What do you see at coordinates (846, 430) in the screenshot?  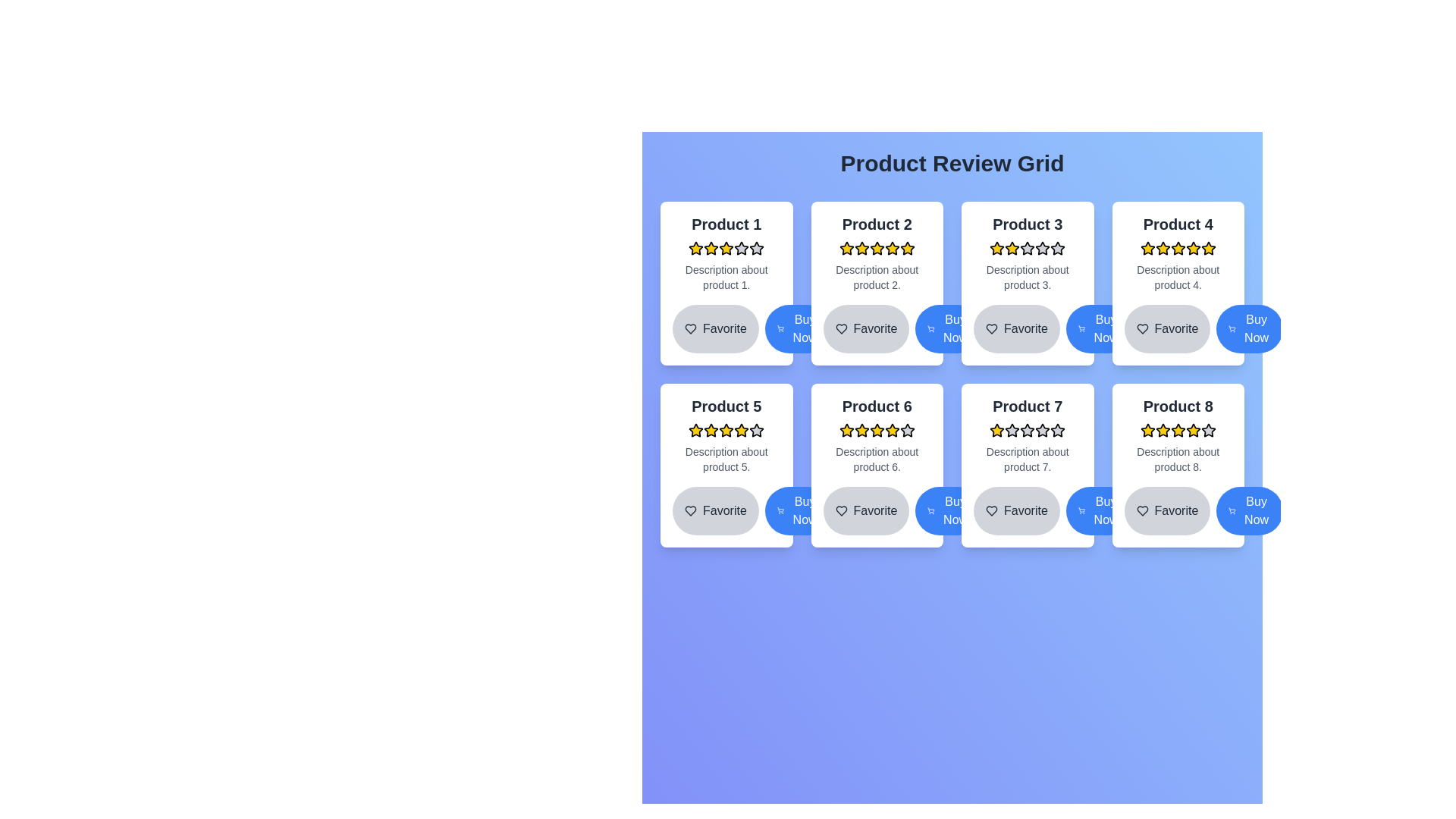 I see `the fourth yellow star icon` at bounding box center [846, 430].